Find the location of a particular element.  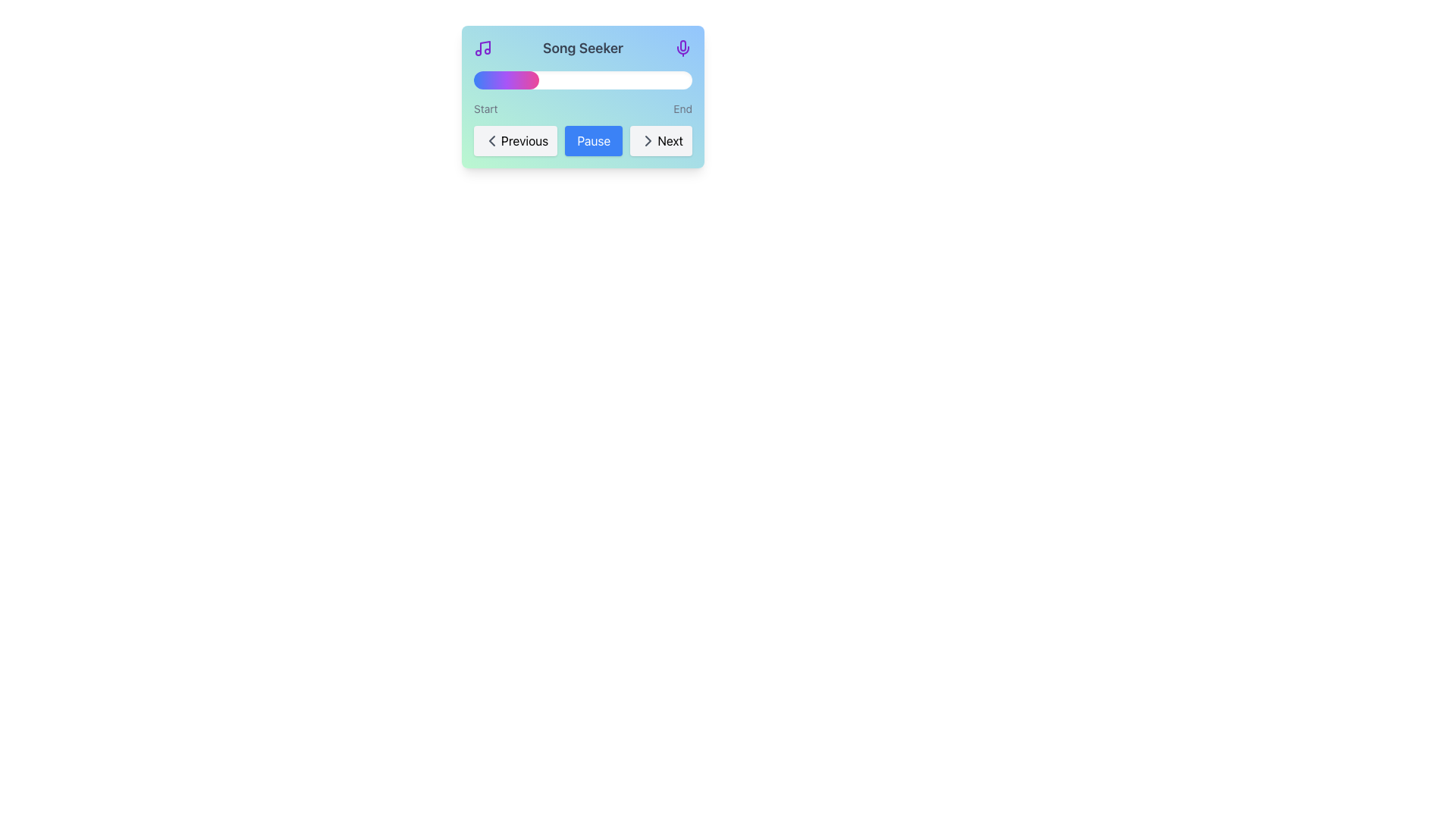

the slider value is located at coordinates (598, 80).